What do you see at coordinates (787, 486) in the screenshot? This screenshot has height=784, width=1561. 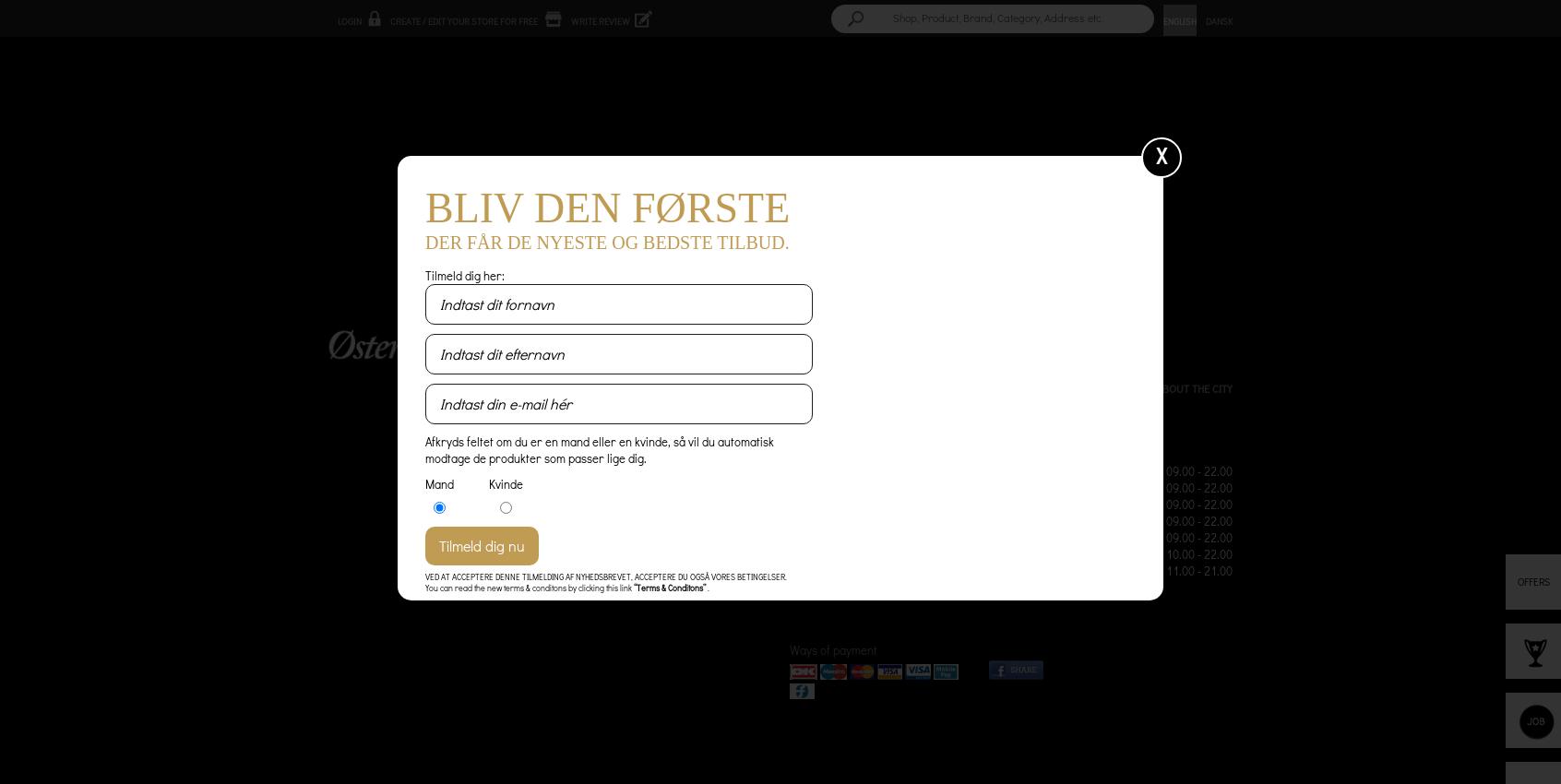 I see `'Address:'` at bounding box center [787, 486].